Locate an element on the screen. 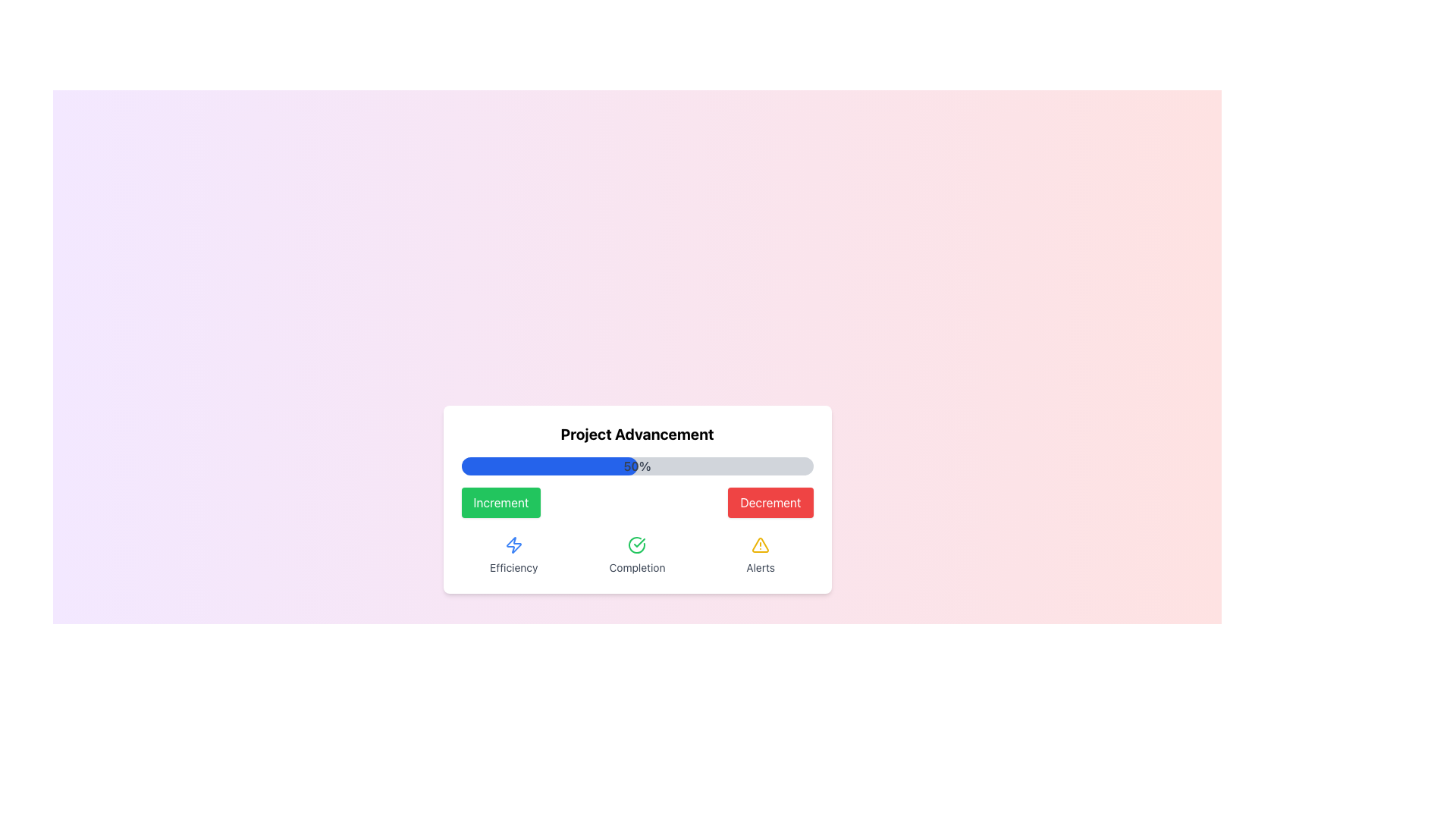 This screenshot has width=1456, height=819. small green checkmark icon within its circular frame, located centrally beneath the progress bar and above the 'Completion' label is located at coordinates (640, 542).